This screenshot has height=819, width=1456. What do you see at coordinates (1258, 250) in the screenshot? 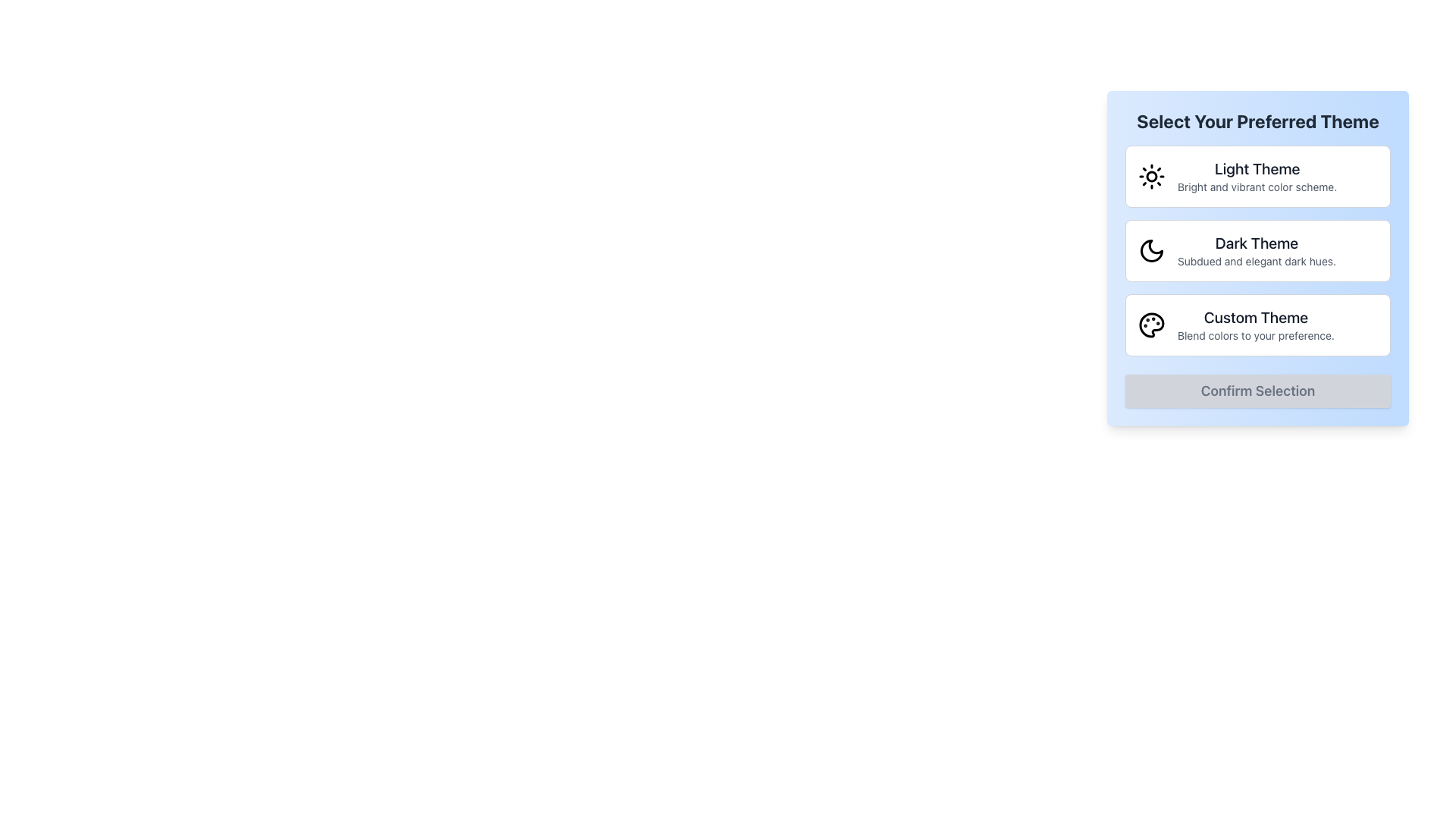
I see `the 'Dark Theme' selectable list item, which is styled with a rounded border and contains a crescent moon icon and the description 'Subdued and elegant dark hues'` at bounding box center [1258, 250].